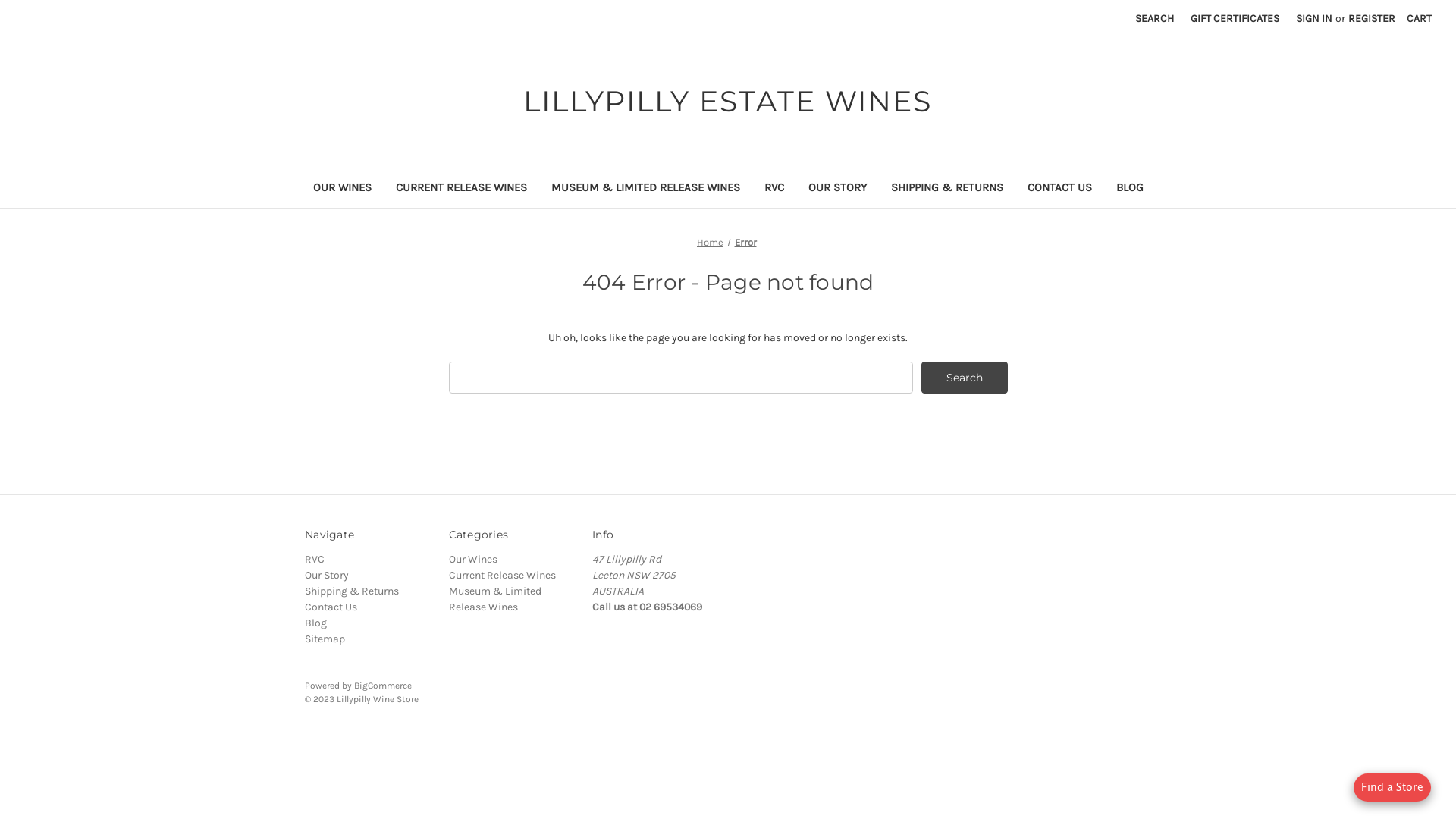 The image size is (1456, 819). I want to click on 'Error', so click(745, 241).